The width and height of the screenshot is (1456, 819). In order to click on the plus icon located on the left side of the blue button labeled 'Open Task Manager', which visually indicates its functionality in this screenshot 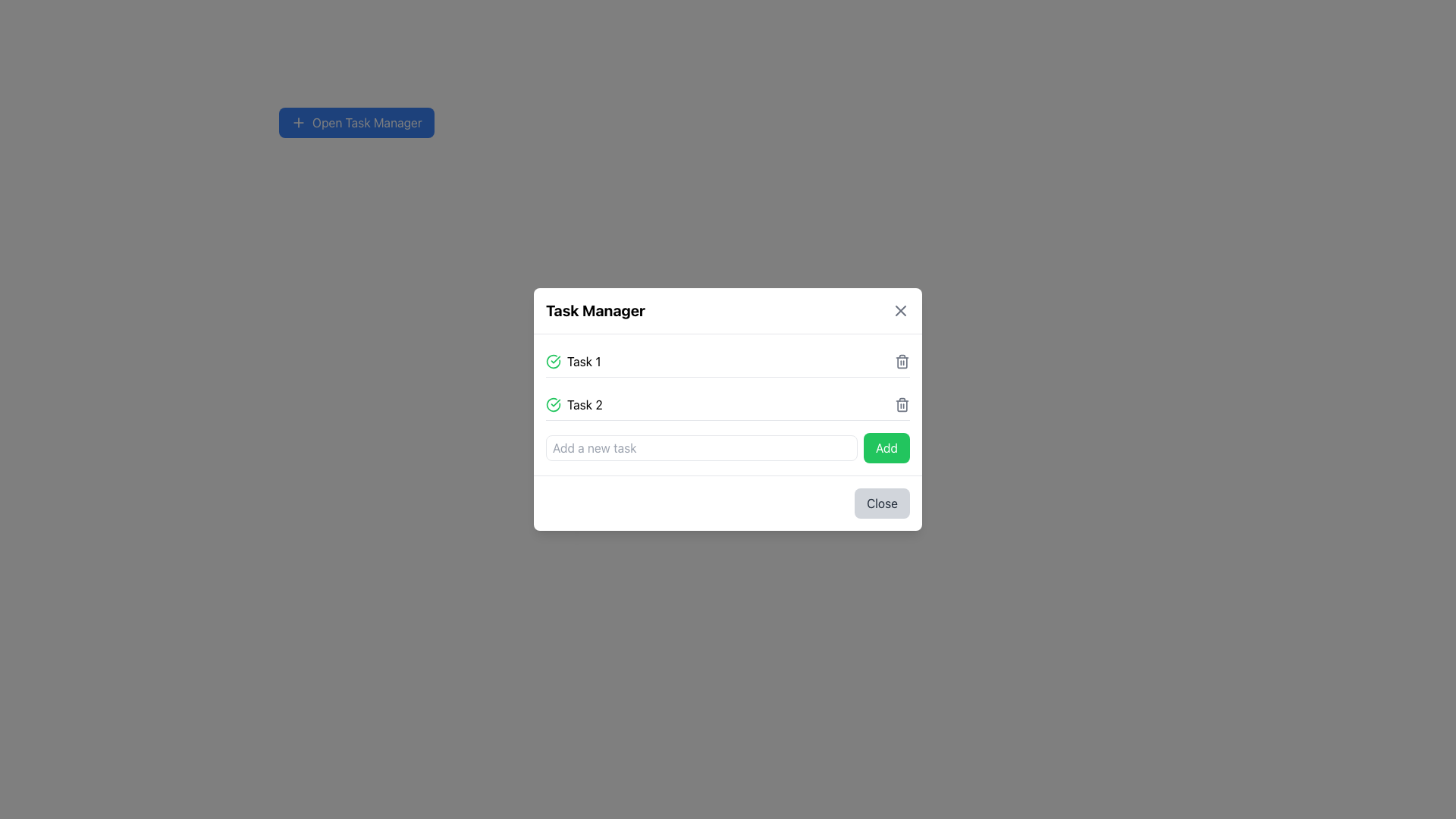, I will do `click(298, 122)`.